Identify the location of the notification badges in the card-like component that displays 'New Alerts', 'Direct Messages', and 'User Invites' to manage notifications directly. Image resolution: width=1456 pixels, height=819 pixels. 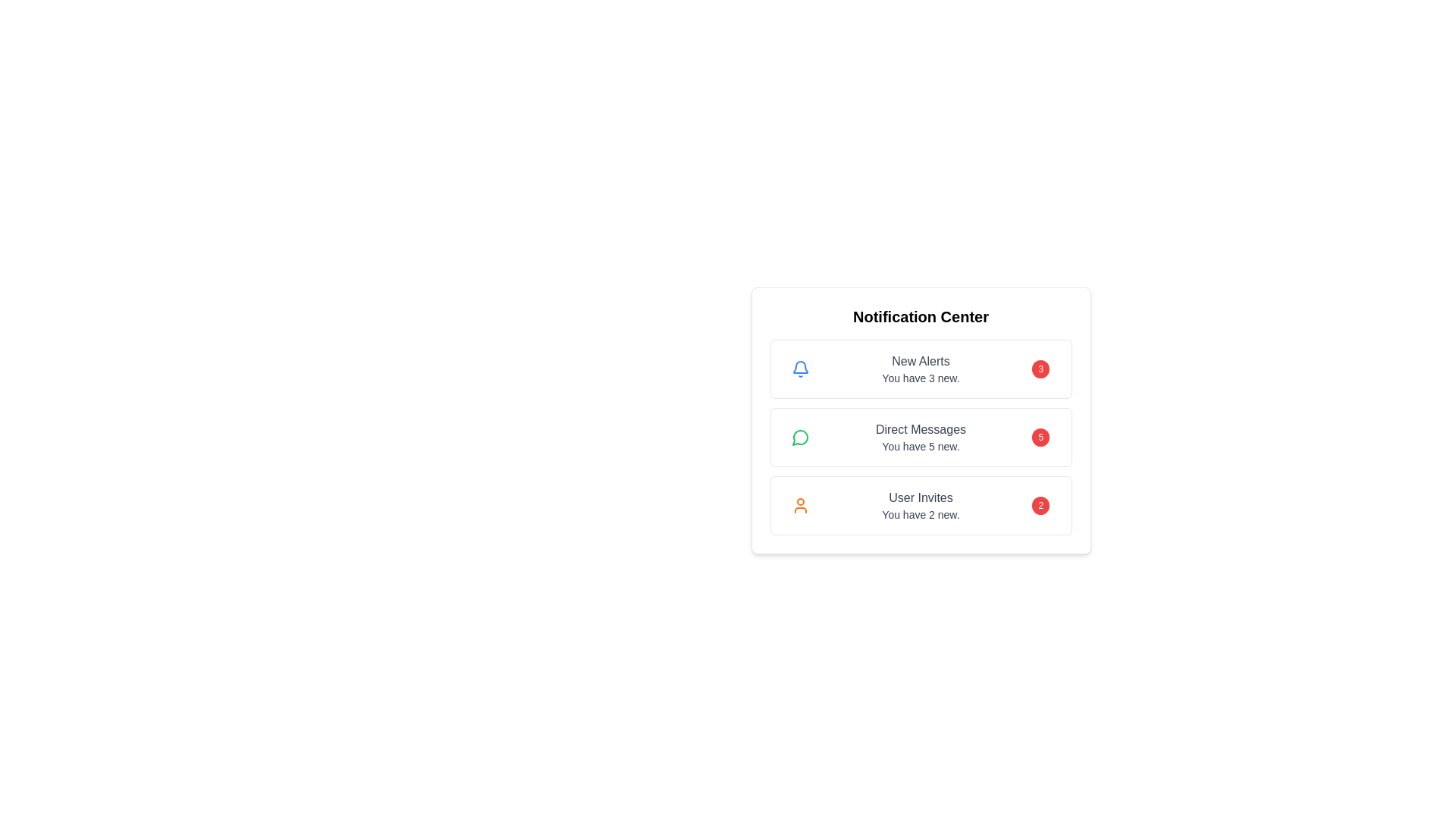
(920, 421).